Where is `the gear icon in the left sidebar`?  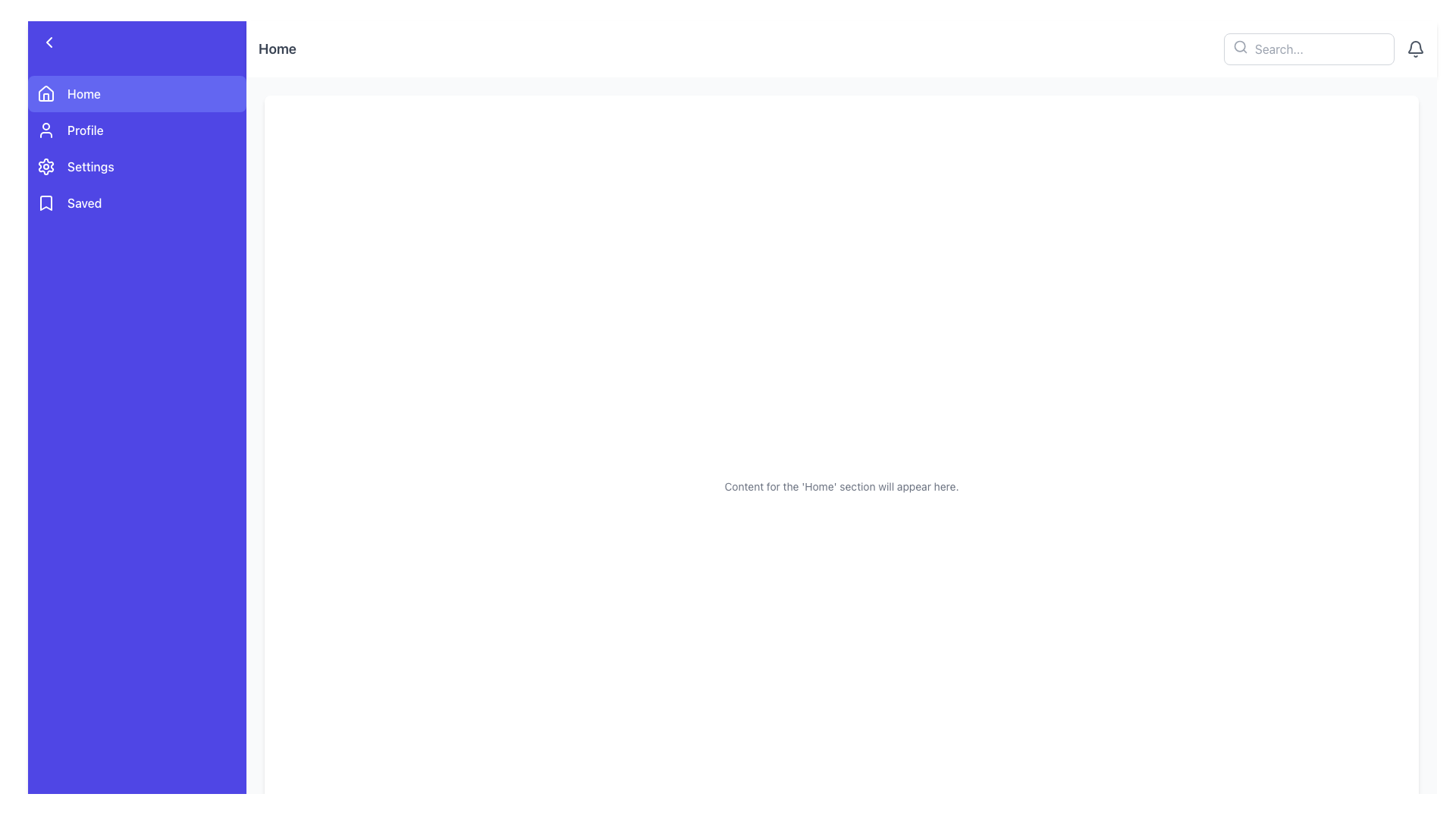
the gear icon in the left sidebar is located at coordinates (46, 166).